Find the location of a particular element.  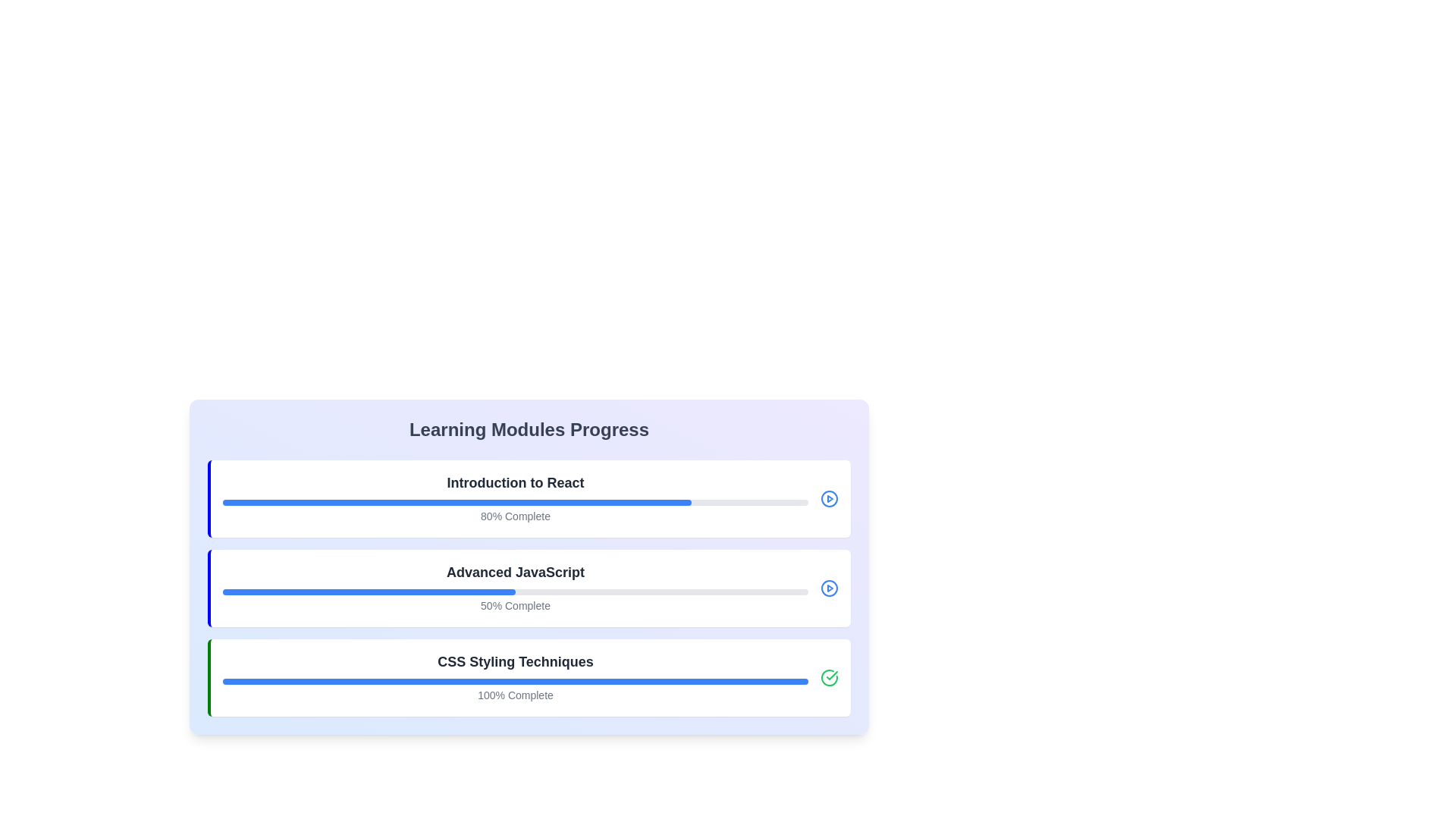

the rounded, blue colored progress bar segment that occupies 50% of its enclosing bar area in the 'Advanced JavaScript' progress section is located at coordinates (369, 591).